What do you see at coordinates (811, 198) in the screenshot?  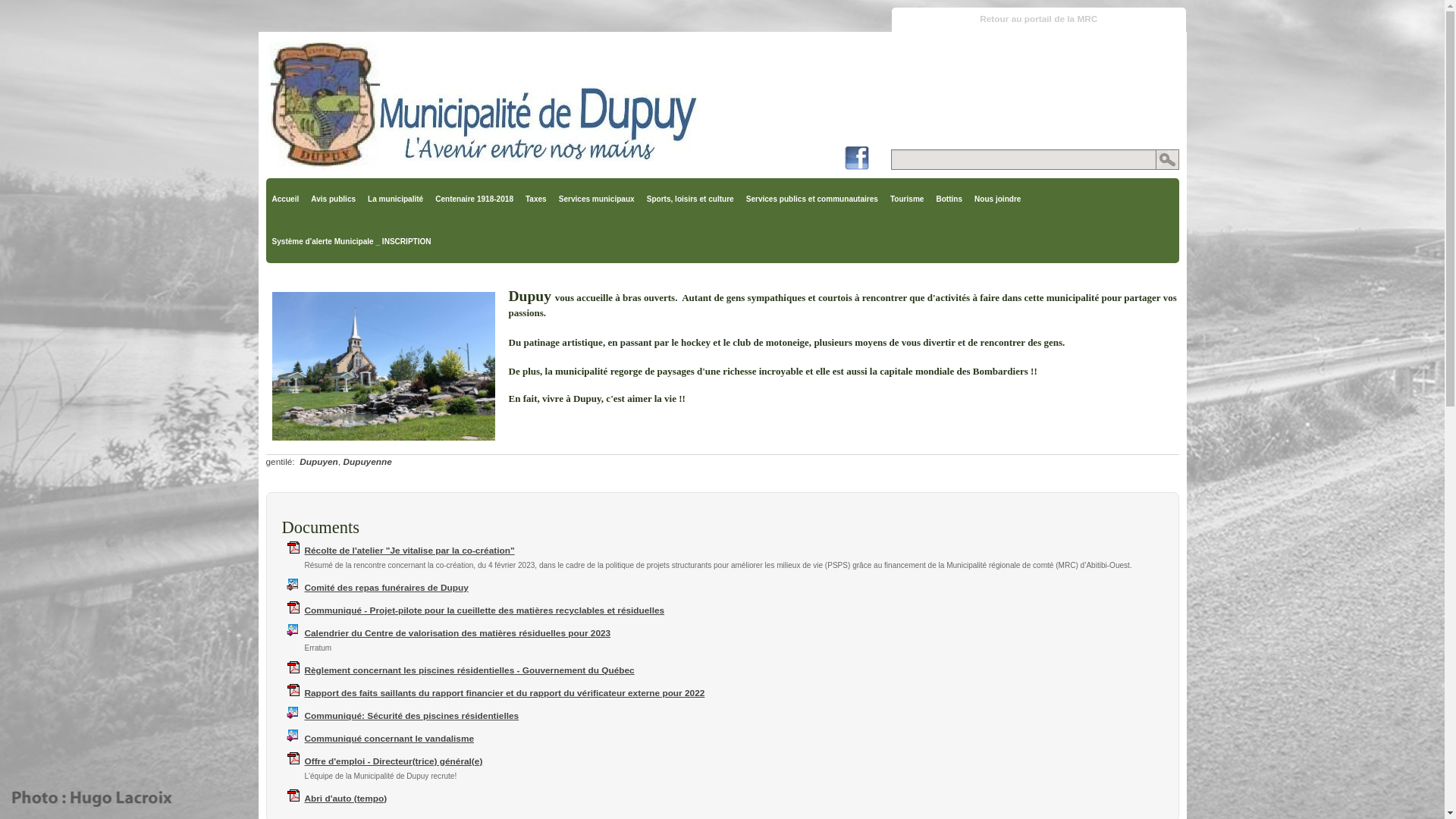 I see `'Services publics et communautaires'` at bounding box center [811, 198].